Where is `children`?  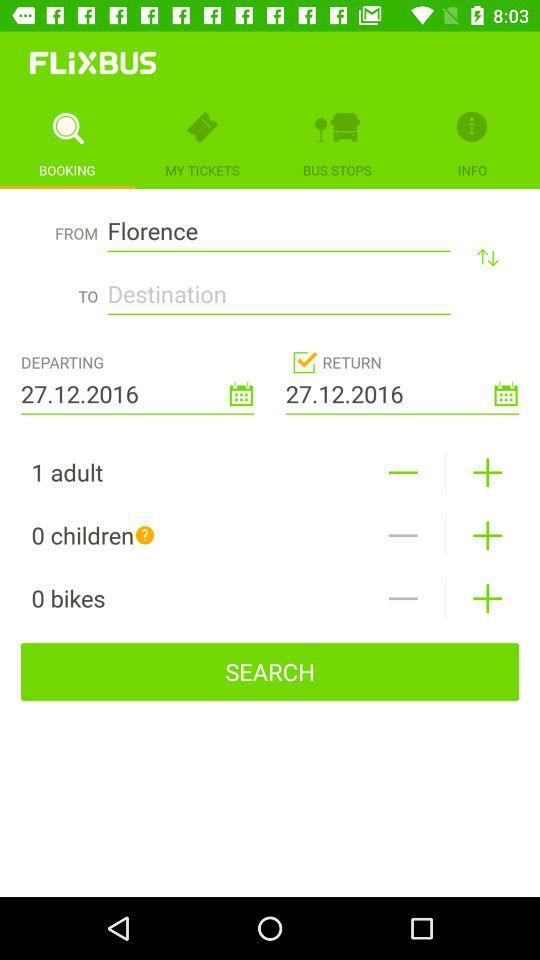 children is located at coordinates (486, 534).